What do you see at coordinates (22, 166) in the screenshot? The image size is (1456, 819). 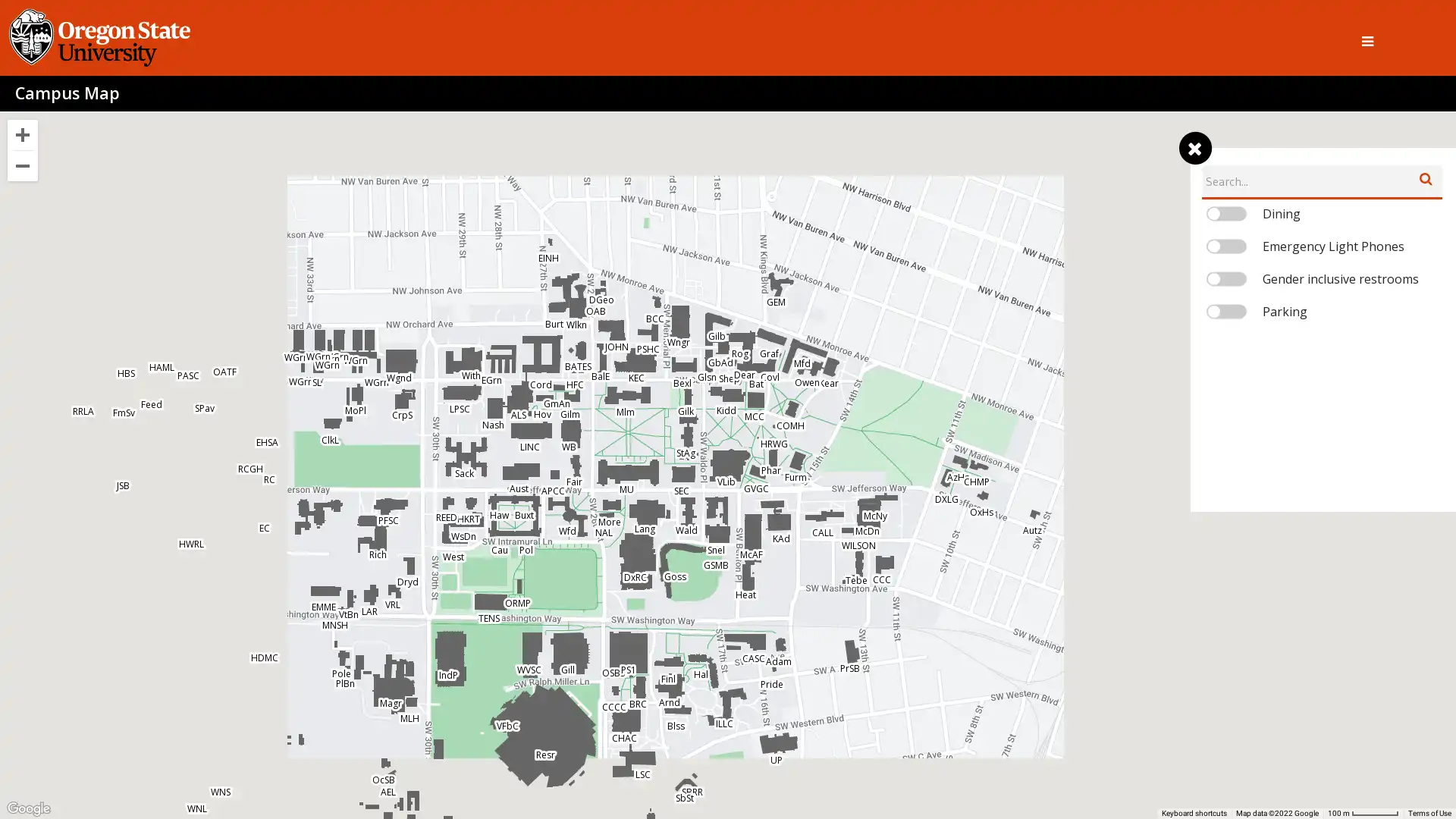 I see `Zoom out` at bounding box center [22, 166].